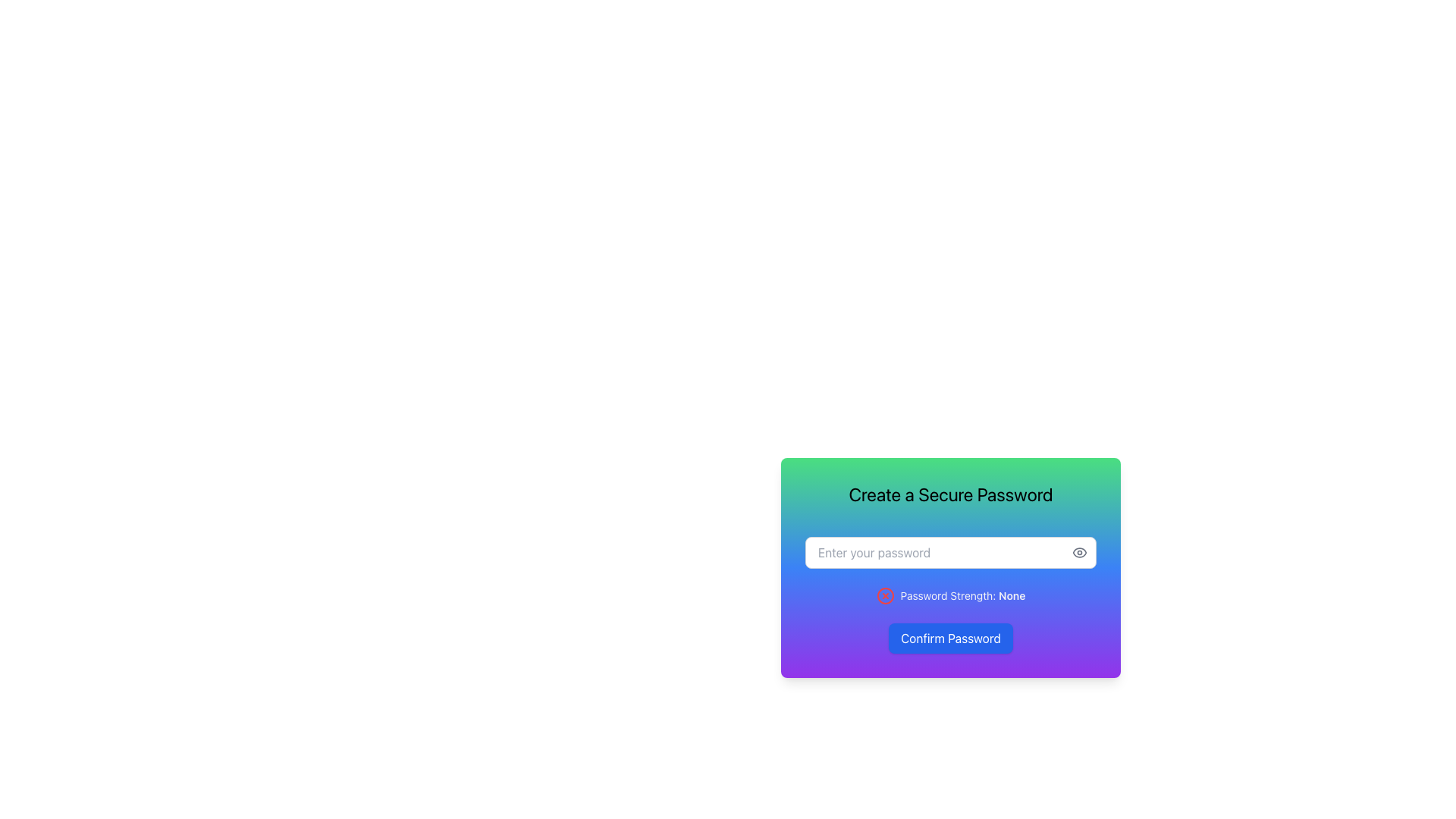 Image resolution: width=1456 pixels, height=819 pixels. Describe the element at coordinates (1079, 553) in the screenshot. I see `the SVG Icon located on the right-hand side of the password input field` at that location.